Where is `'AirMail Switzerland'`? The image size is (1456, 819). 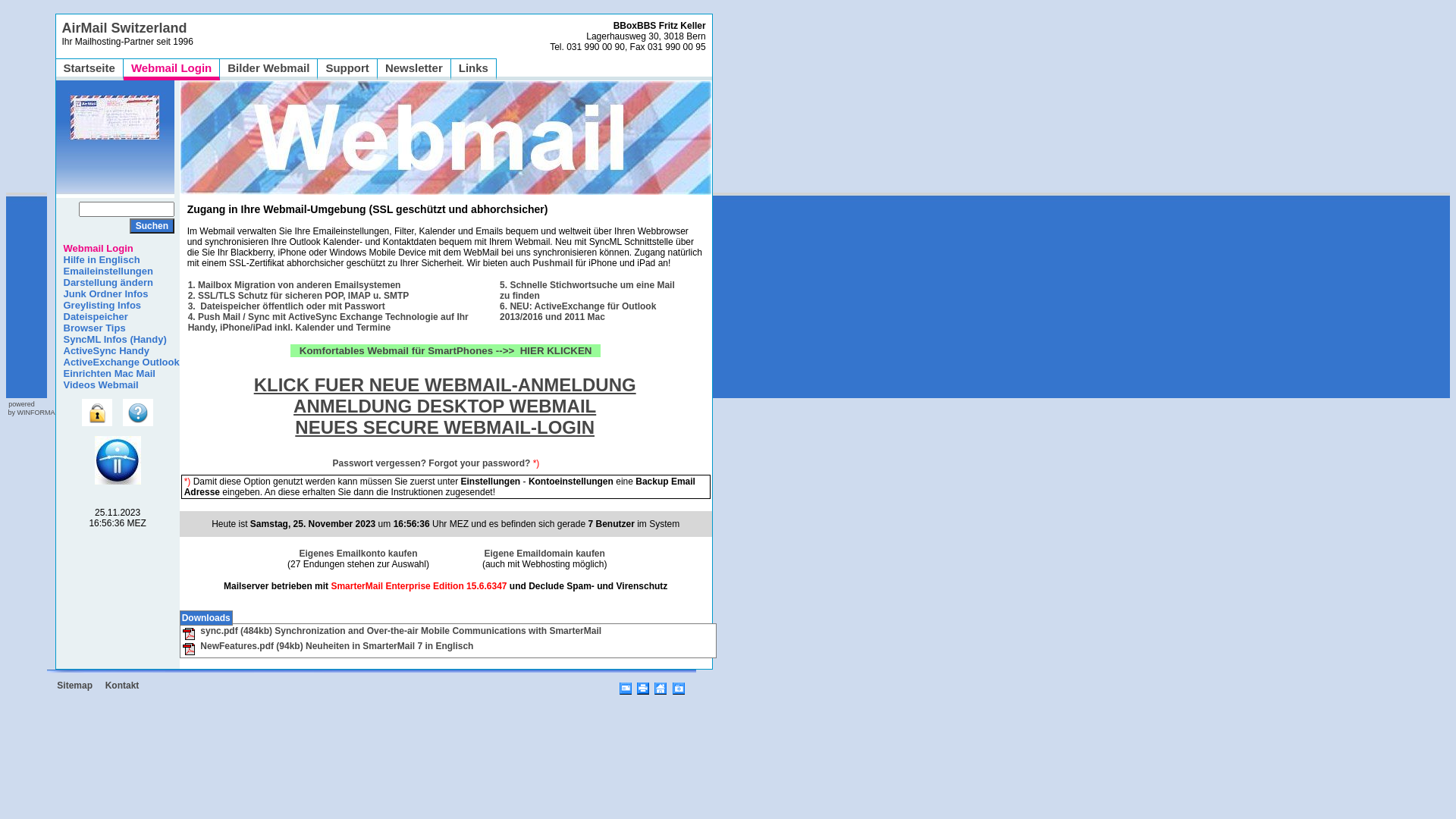
'AirMail Switzerland' is located at coordinates (61, 28).